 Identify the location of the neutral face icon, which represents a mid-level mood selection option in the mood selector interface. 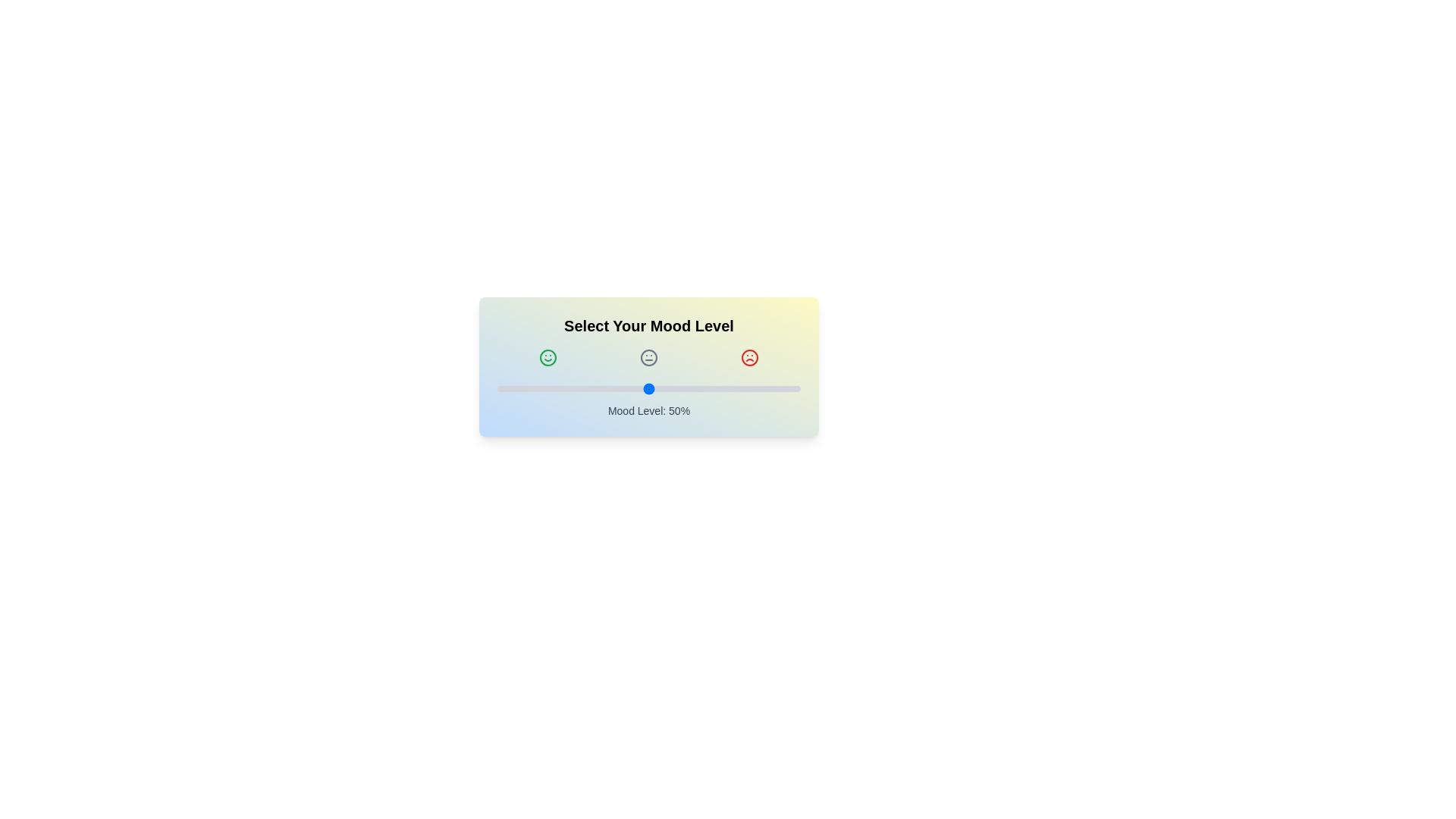
(648, 357).